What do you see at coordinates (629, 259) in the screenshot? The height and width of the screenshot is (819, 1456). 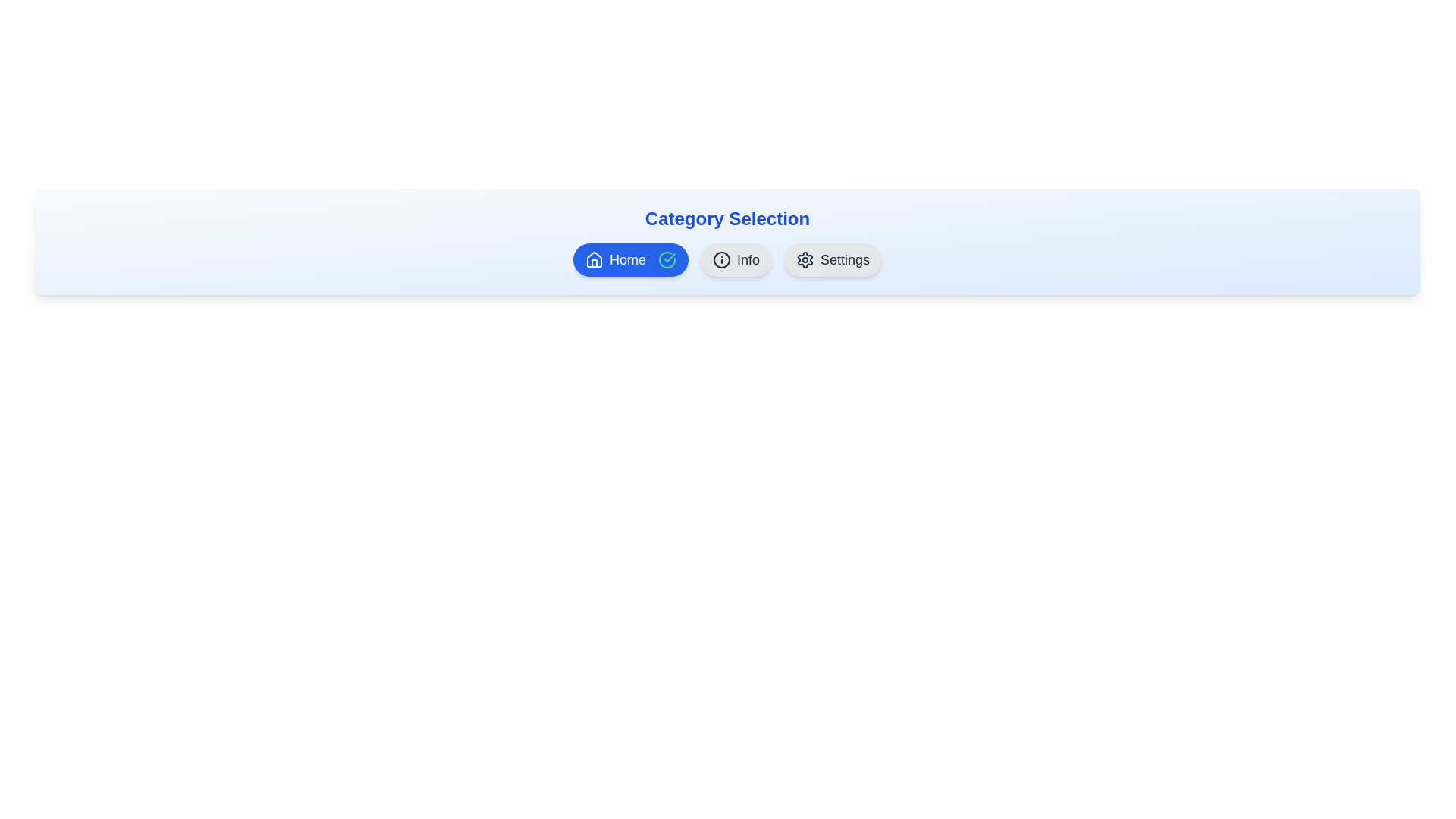 I see `the 'Home' category chip to toggle its state` at bounding box center [629, 259].